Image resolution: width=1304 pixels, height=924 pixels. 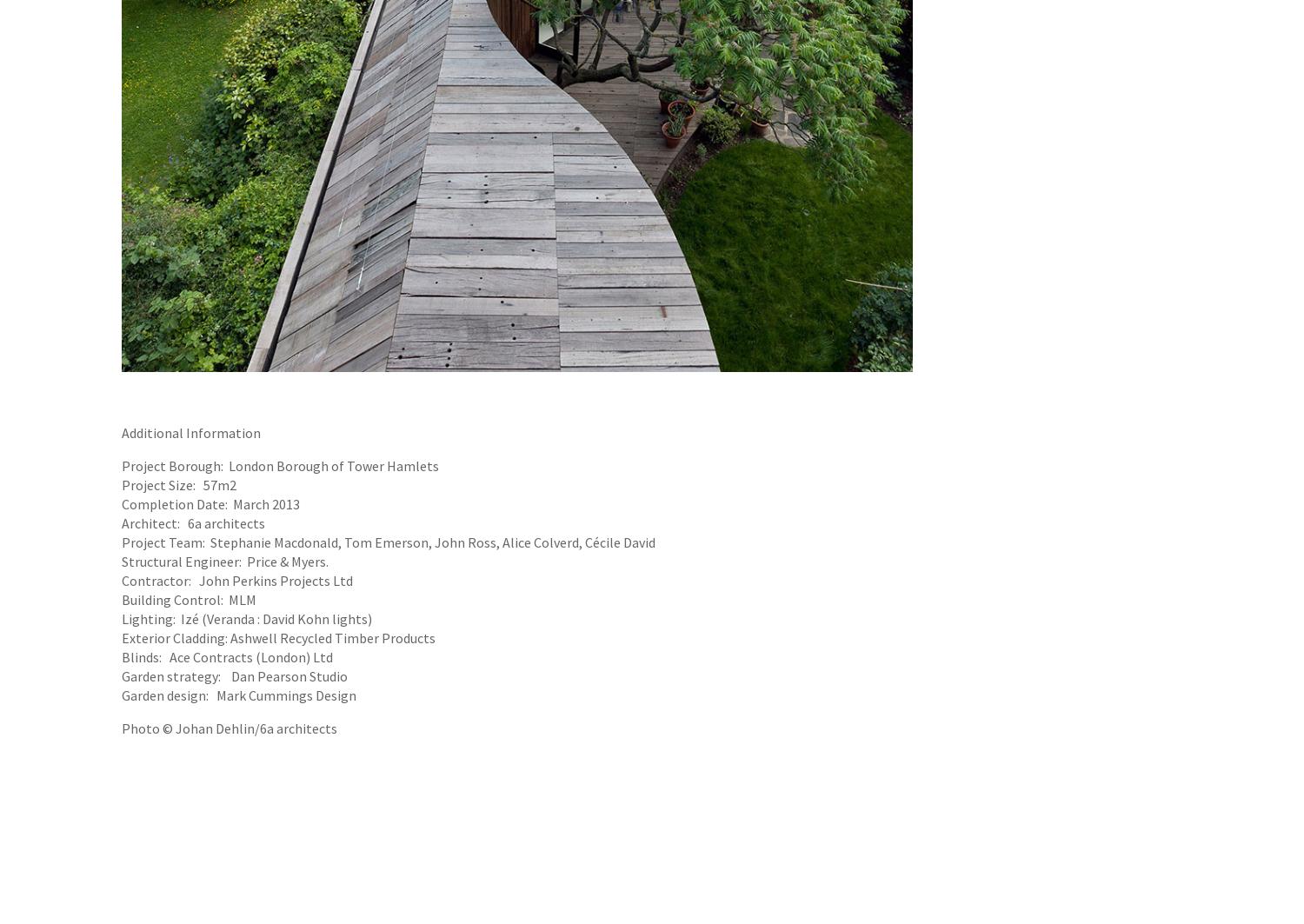 I want to click on 'Garden strategy:    Dan Pearson Studio', so click(x=236, y=675).